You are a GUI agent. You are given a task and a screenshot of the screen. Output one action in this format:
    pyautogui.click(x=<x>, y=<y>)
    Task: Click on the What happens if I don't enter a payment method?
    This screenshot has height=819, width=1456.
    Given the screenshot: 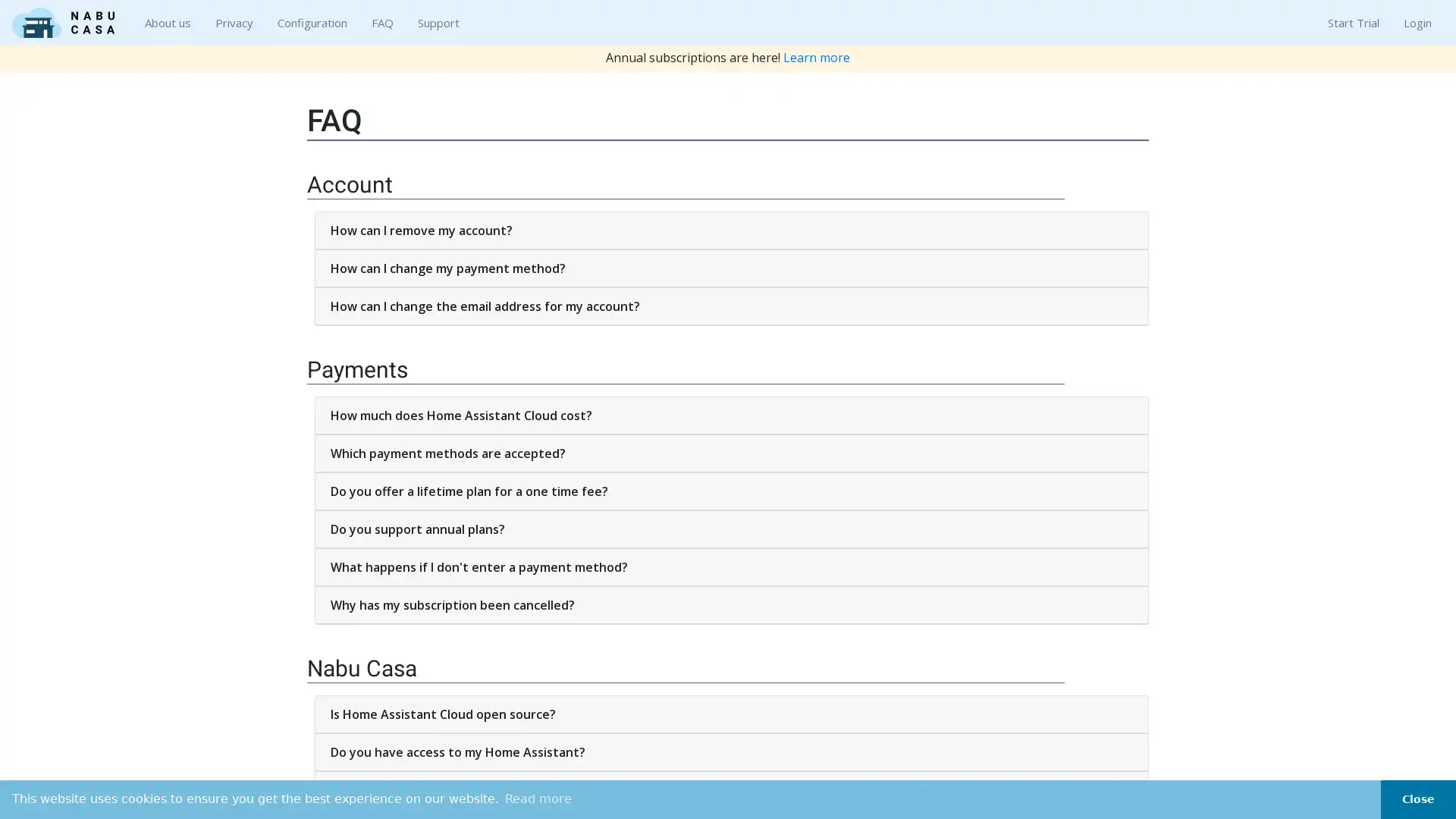 What is the action you would take?
    pyautogui.click(x=731, y=567)
    